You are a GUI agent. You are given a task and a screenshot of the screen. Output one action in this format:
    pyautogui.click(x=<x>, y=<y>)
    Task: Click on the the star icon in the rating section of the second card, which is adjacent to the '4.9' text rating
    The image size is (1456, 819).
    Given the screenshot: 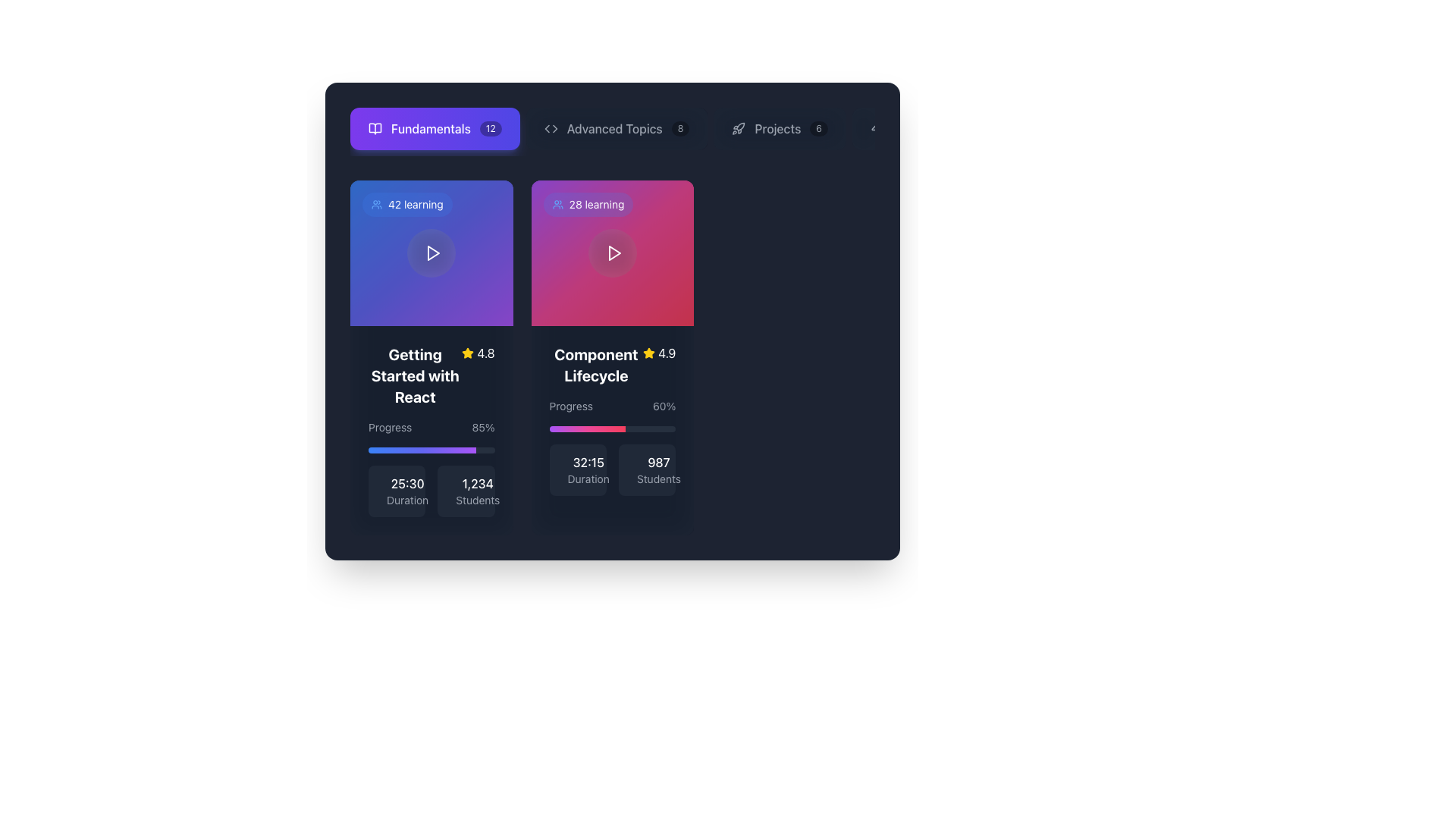 What is the action you would take?
    pyautogui.click(x=649, y=353)
    